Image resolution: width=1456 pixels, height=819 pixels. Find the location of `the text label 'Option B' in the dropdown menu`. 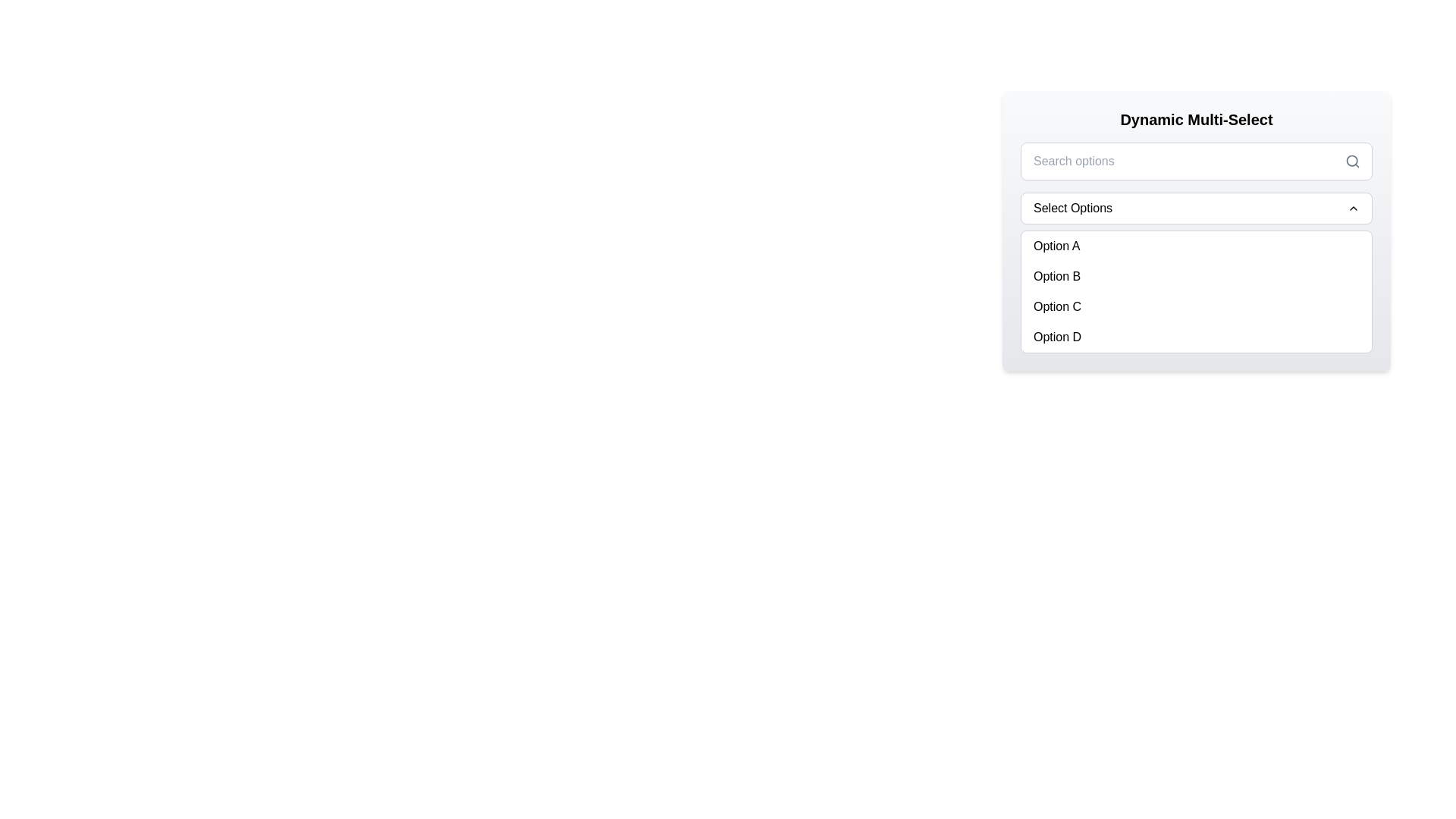

the text label 'Option B' in the dropdown menu is located at coordinates (1056, 277).